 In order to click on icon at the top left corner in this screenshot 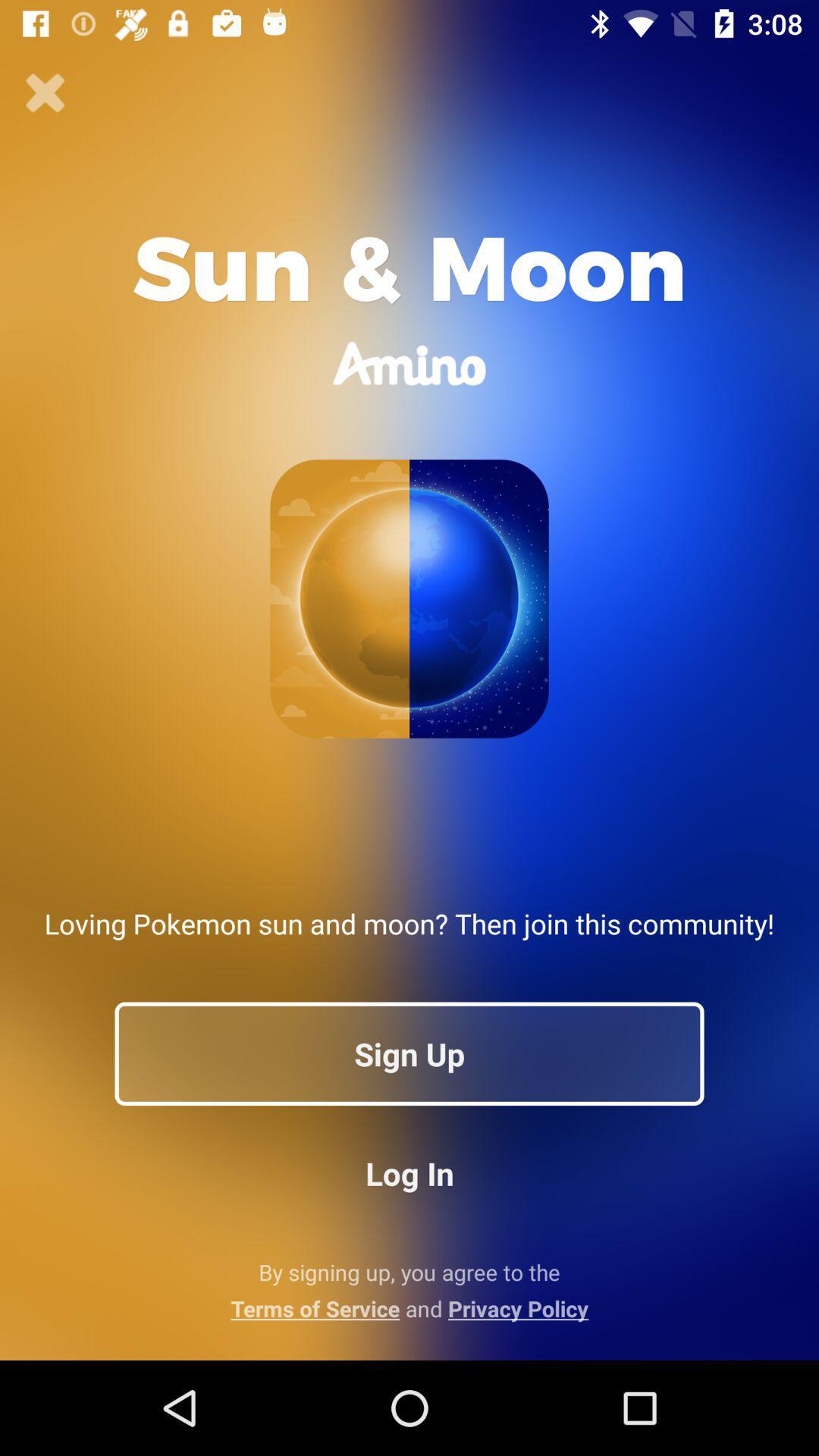, I will do `click(45, 93)`.